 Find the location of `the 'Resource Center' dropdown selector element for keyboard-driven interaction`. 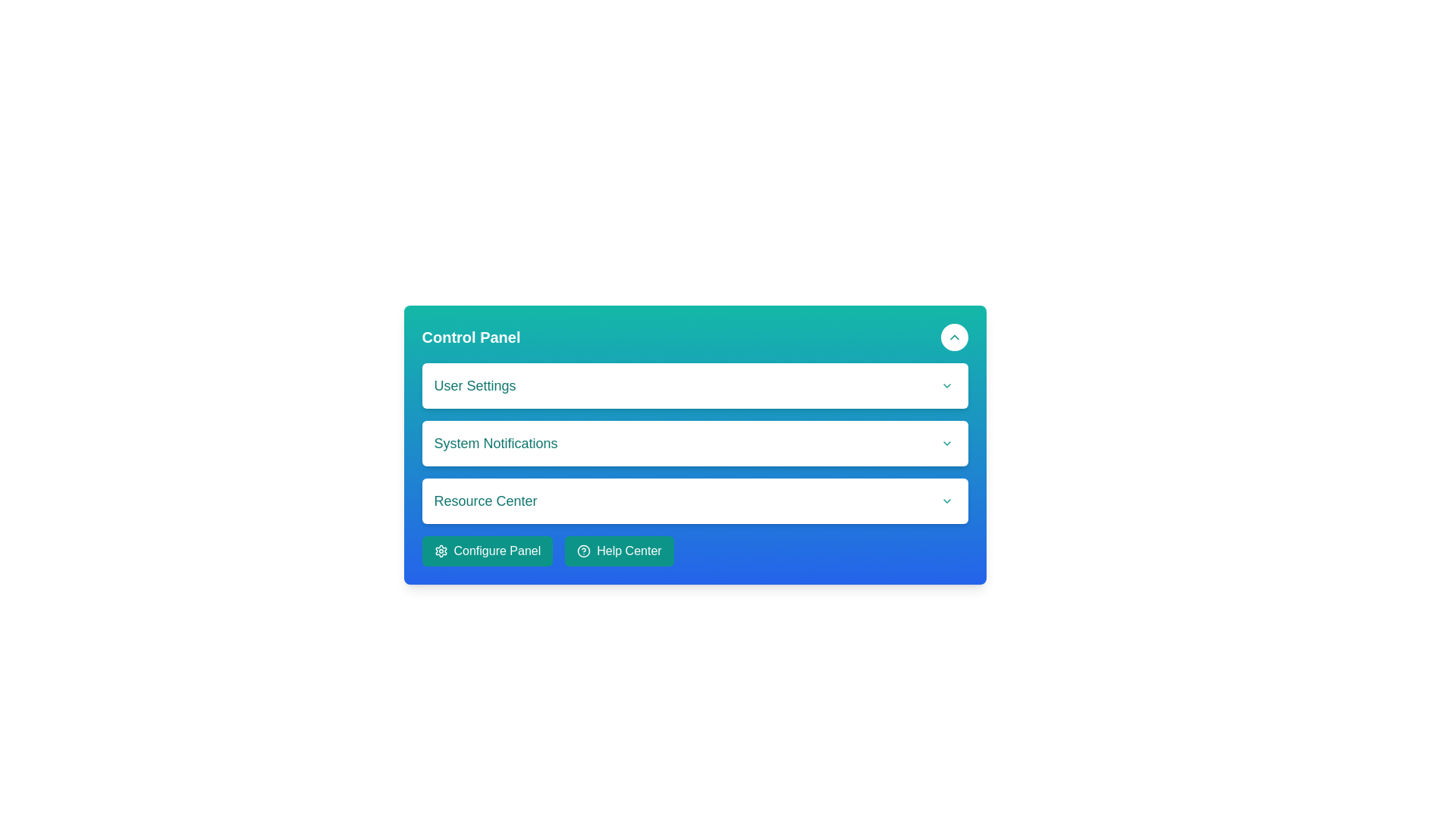

the 'Resource Center' dropdown selector element for keyboard-driven interaction is located at coordinates (694, 500).